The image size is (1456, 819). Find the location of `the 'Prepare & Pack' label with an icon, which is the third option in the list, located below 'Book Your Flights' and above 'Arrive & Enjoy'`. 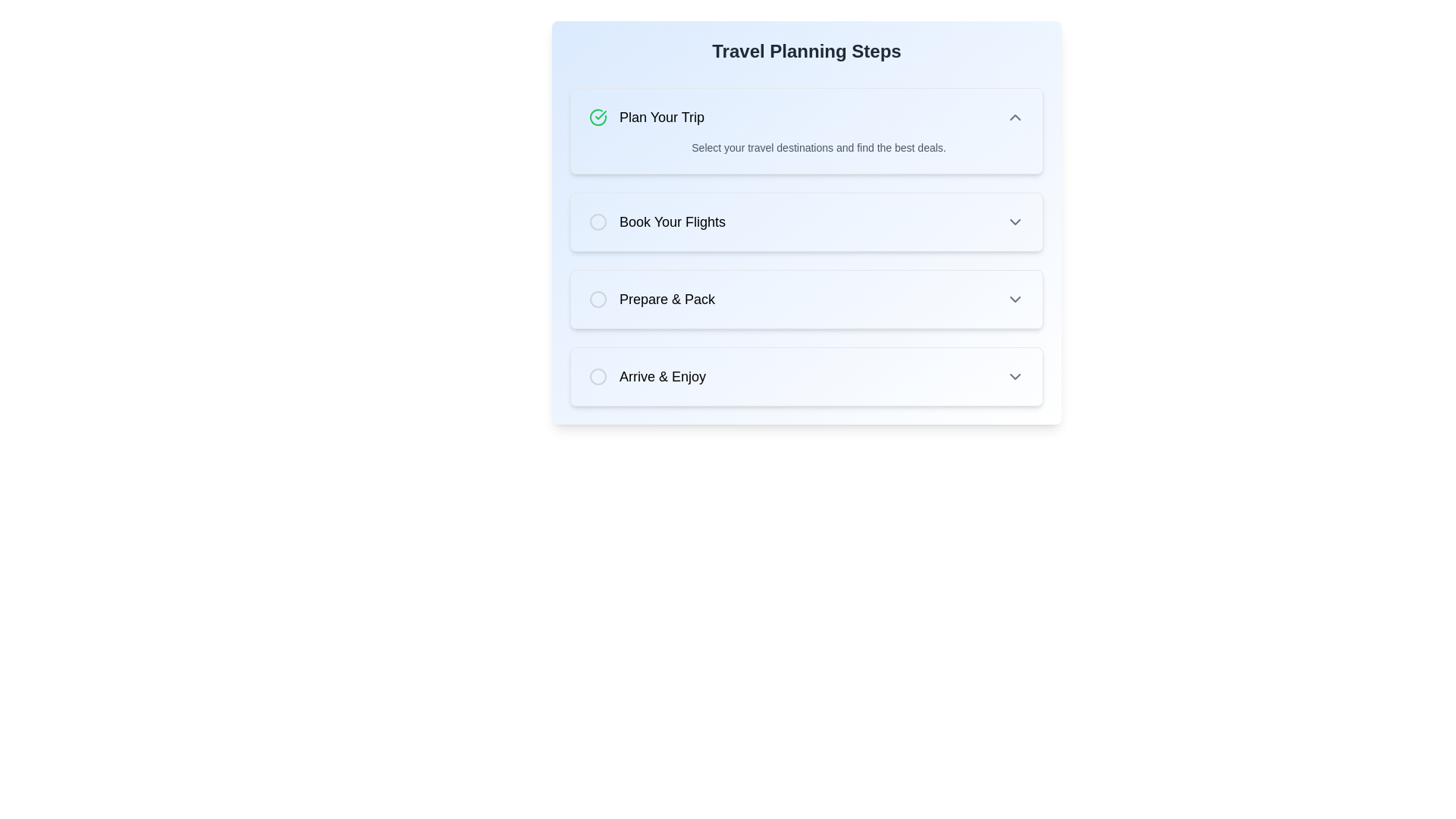

the 'Prepare & Pack' label with an icon, which is the third option in the list, located below 'Book Your Flights' and above 'Arrive & Enjoy' is located at coordinates (651, 299).